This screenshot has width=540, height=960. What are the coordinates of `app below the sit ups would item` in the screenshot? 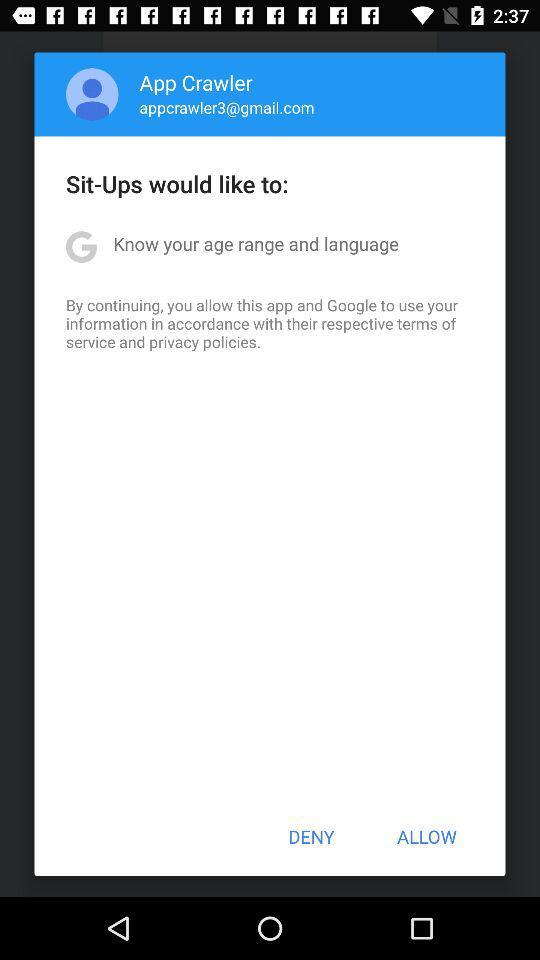 It's located at (256, 242).